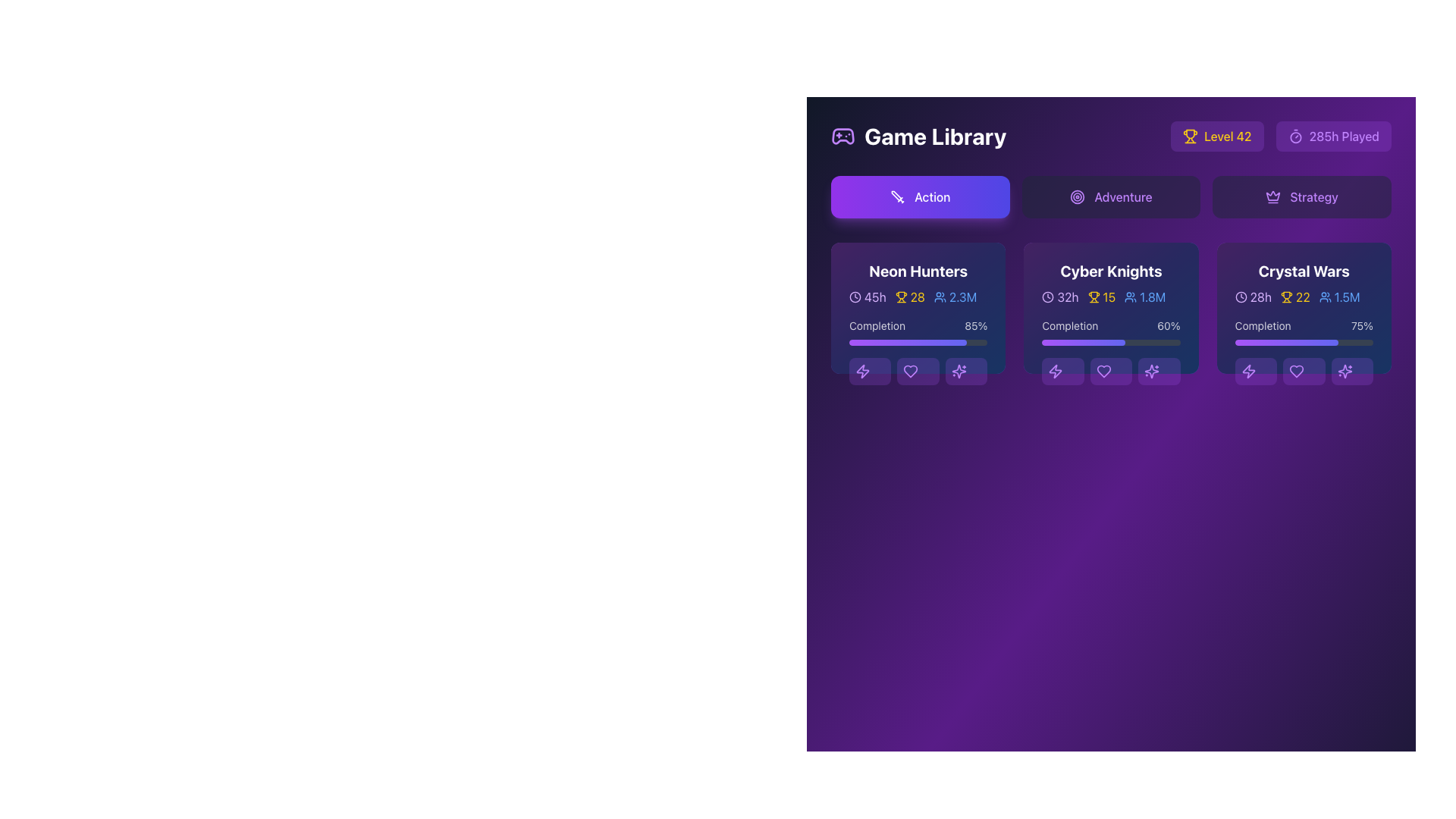  Describe the element at coordinates (843, 136) in the screenshot. I see `the decorative gaming theme icon located in the top-left corner of the application near the 'Game Library' header` at that location.